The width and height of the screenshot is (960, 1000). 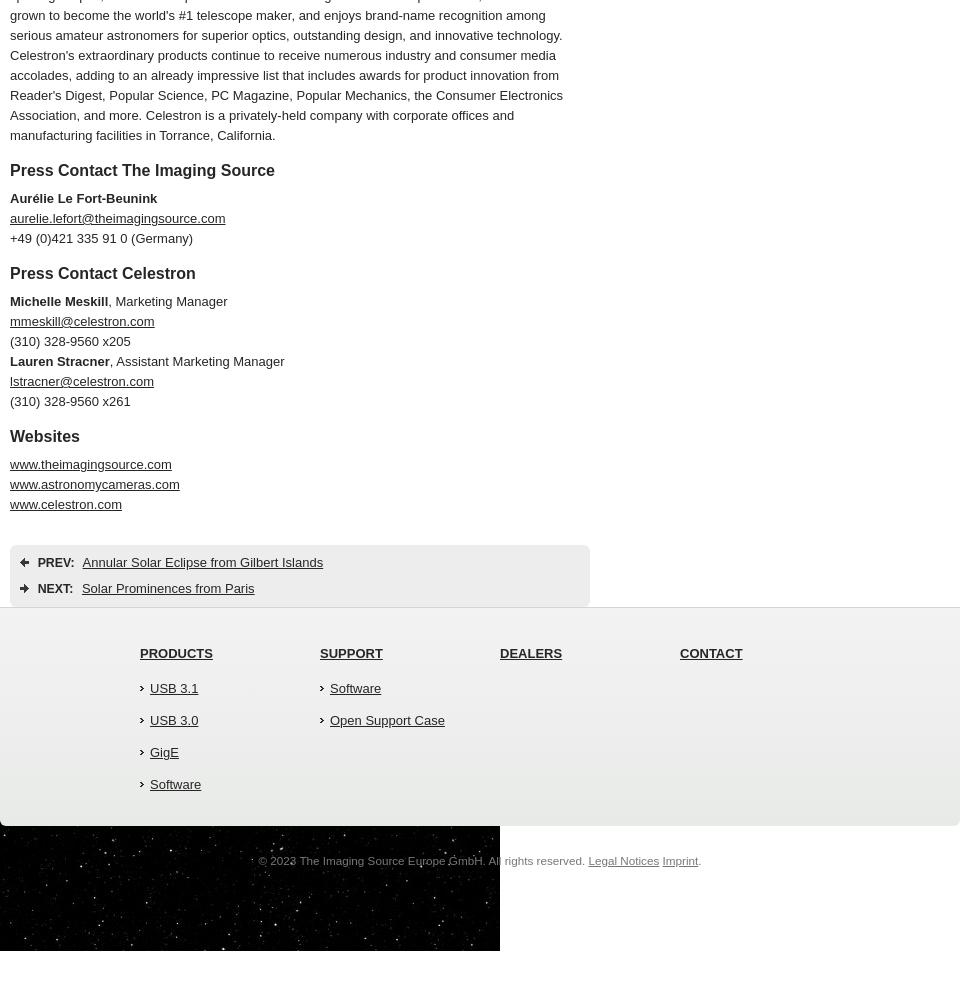 What do you see at coordinates (90, 463) in the screenshot?
I see `'www.theimagingsource.com'` at bounding box center [90, 463].